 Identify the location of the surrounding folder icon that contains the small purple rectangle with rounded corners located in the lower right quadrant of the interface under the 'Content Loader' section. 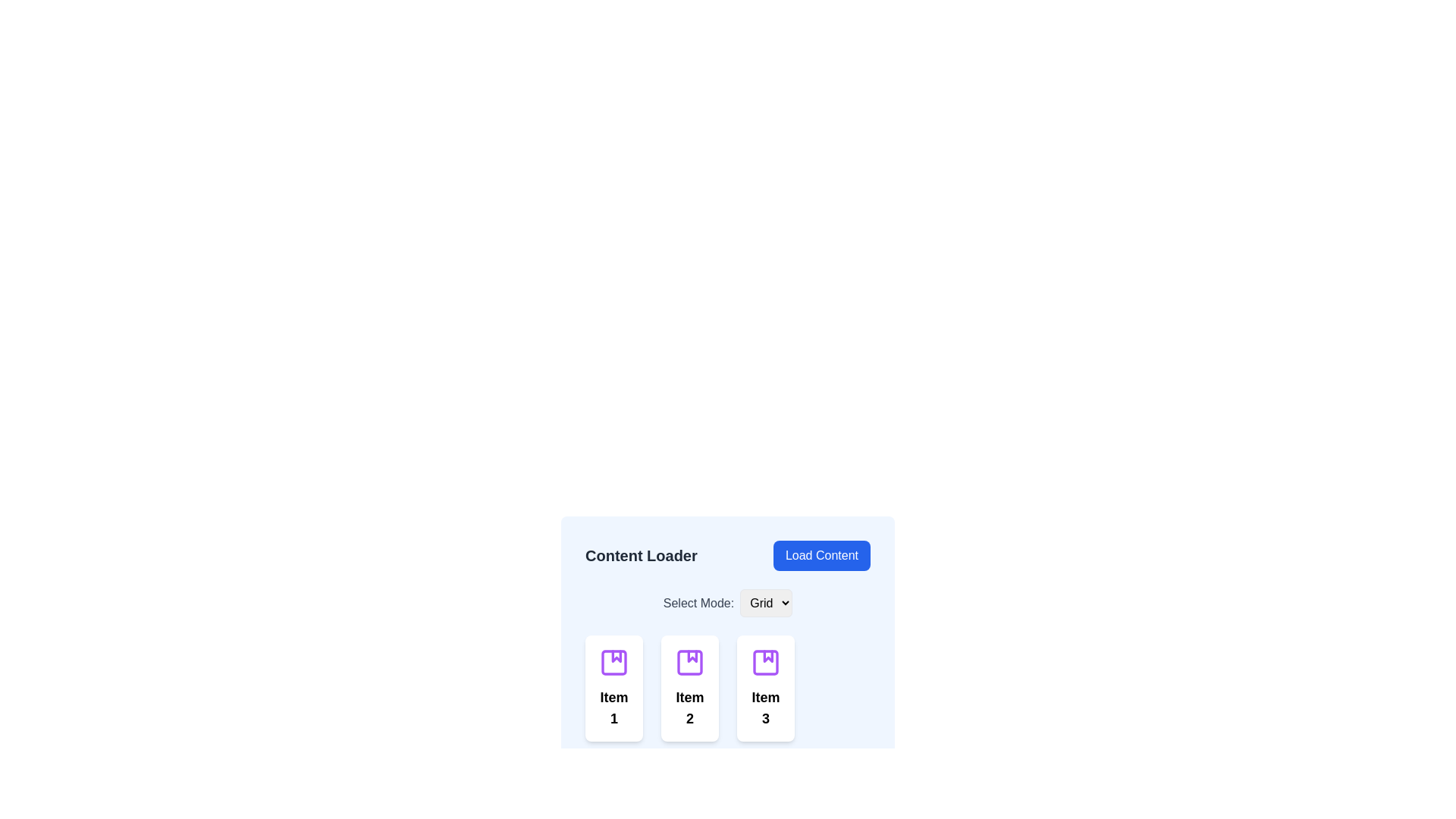
(765, 662).